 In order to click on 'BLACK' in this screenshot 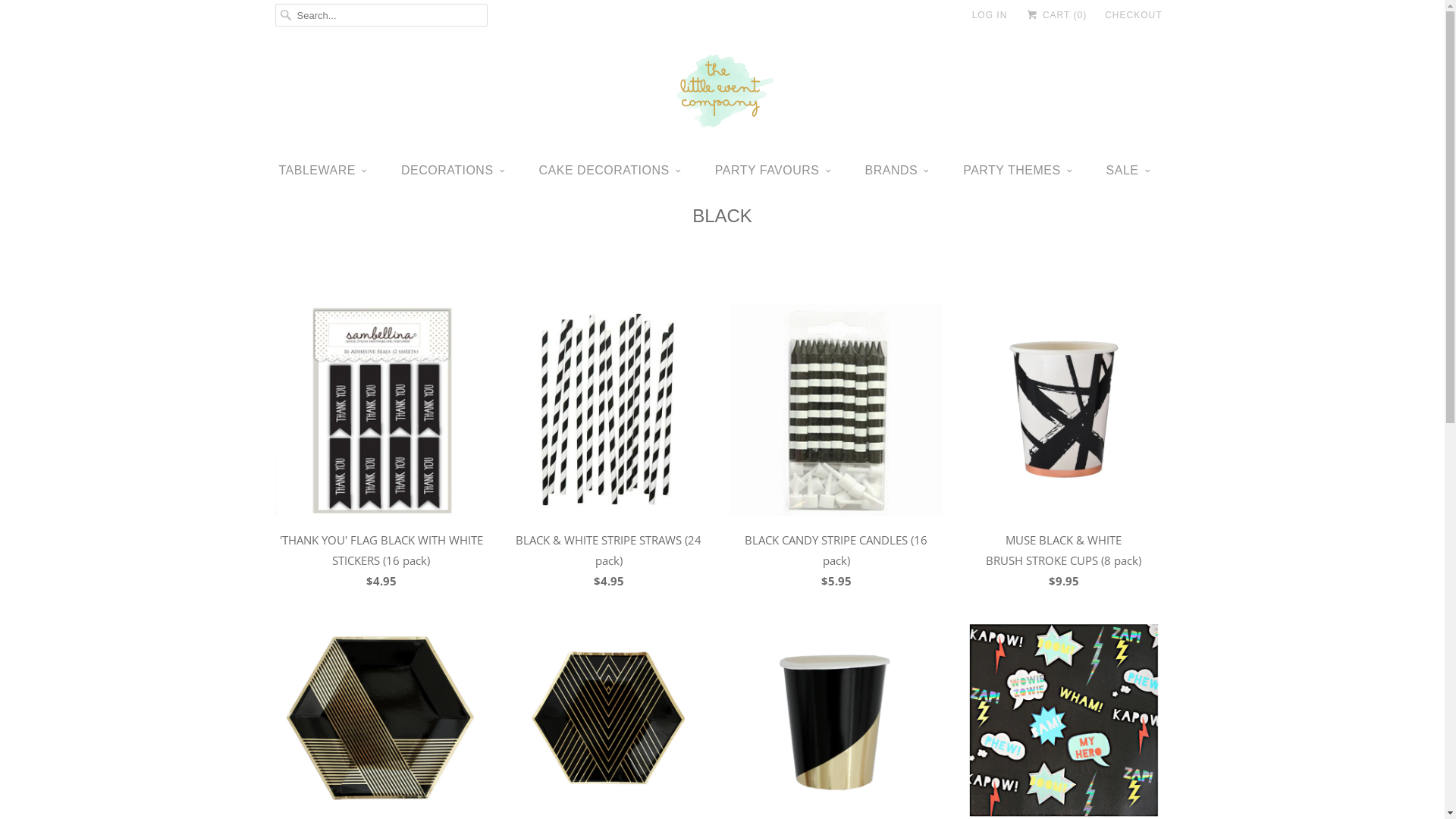, I will do `click(721, 215)`.